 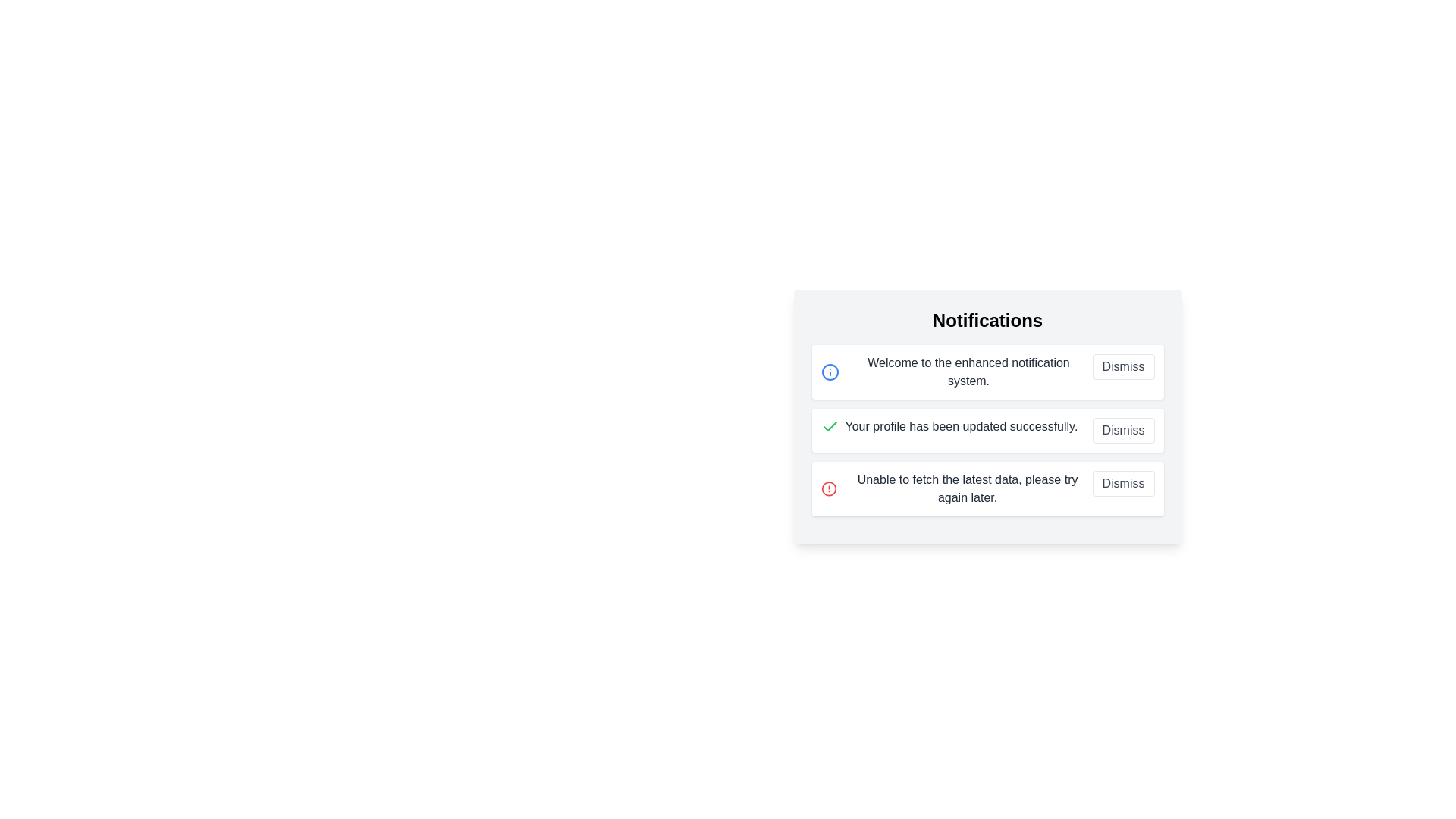 What do you see at coordinates (829, 426) in the screenshot?
I see `the informational success icon located in the second notification item, to the left of the text 'Your profile has been updated successfully.'` at bounding box center [829, 426].